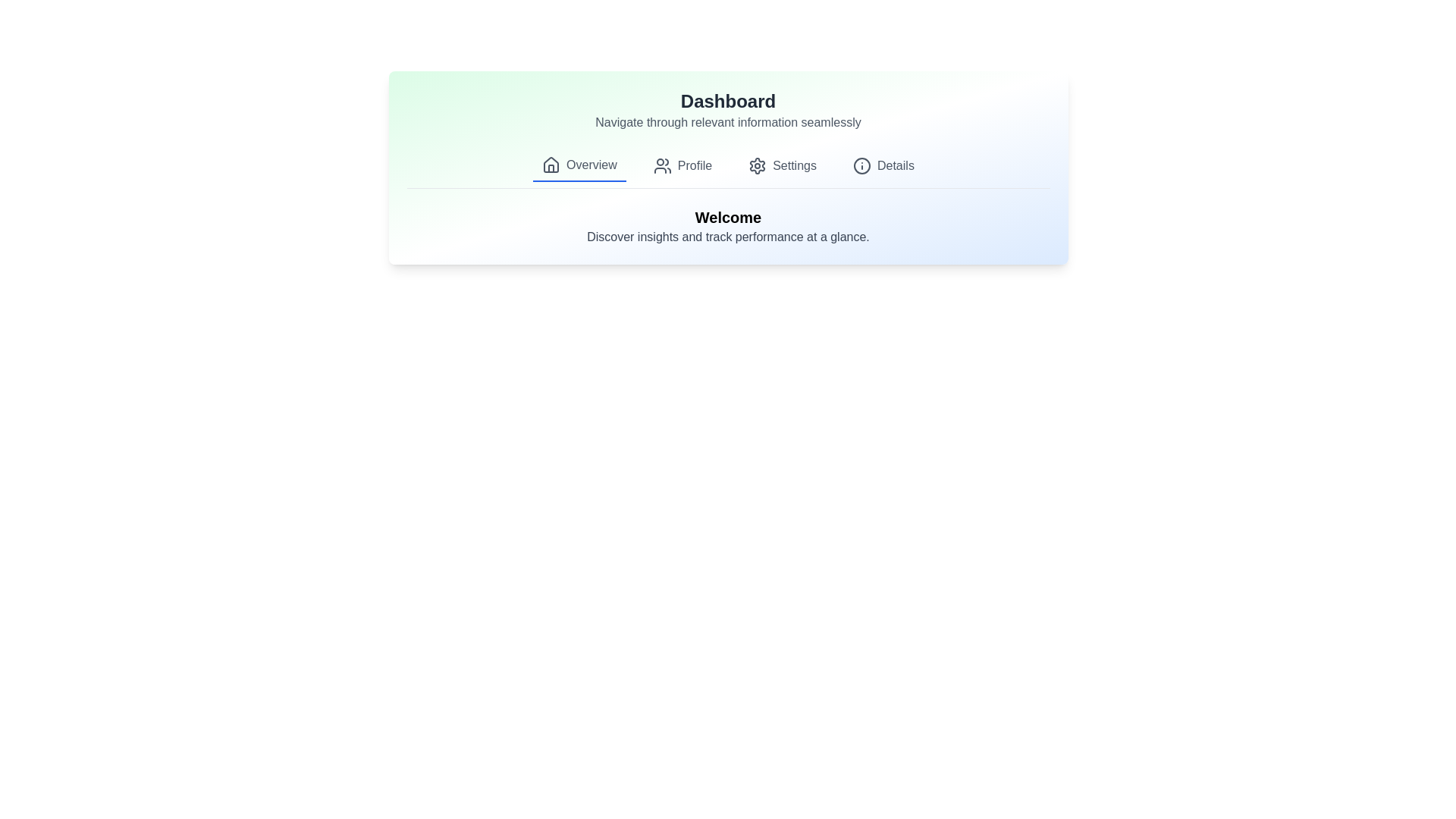 This screenshot has width=1456, height=819. I want to click on the circular graphical component within the SVG, which is aligned with the 'Details' label on the right side of the interface, so click(862, 166).